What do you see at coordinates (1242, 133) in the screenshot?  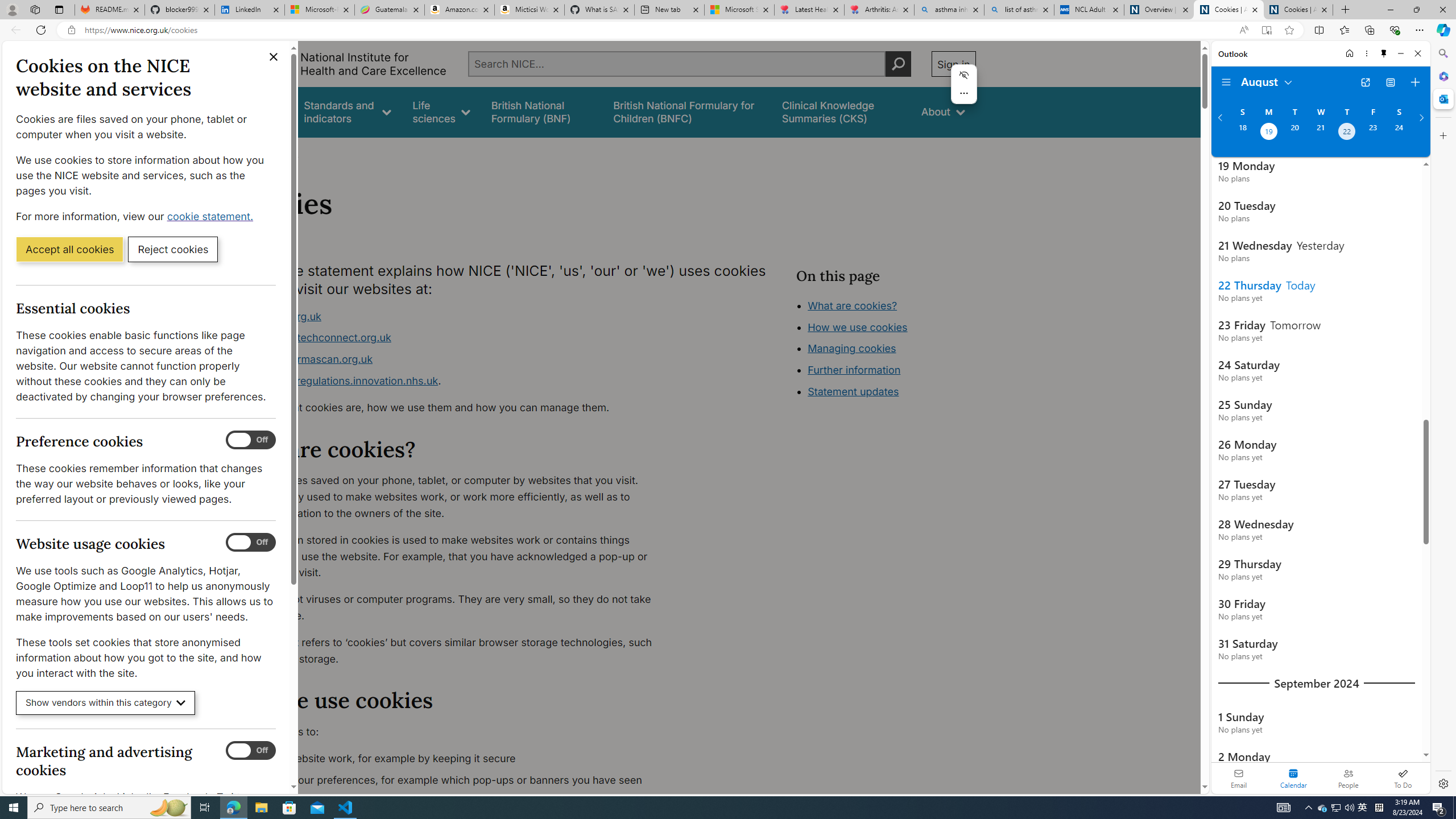 I see `'Sunday, August 18, 2024. '` at bounding box center [1242, 133].